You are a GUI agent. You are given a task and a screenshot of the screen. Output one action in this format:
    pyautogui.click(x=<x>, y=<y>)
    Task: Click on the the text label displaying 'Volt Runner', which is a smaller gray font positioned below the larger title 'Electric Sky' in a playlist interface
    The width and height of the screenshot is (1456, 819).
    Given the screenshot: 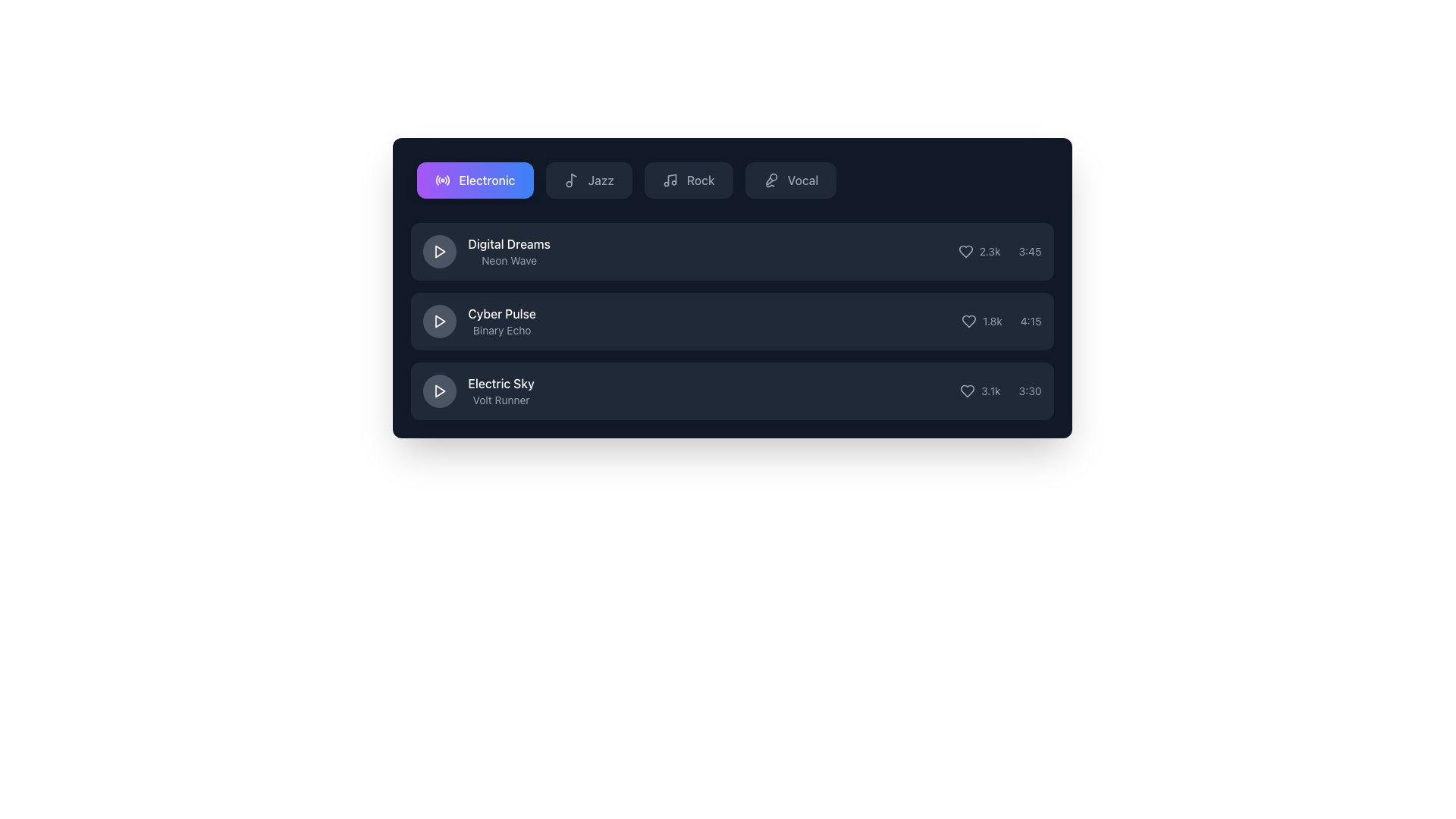 What is the action you would take?
    pyautogui.click(x=501, y=400)
    